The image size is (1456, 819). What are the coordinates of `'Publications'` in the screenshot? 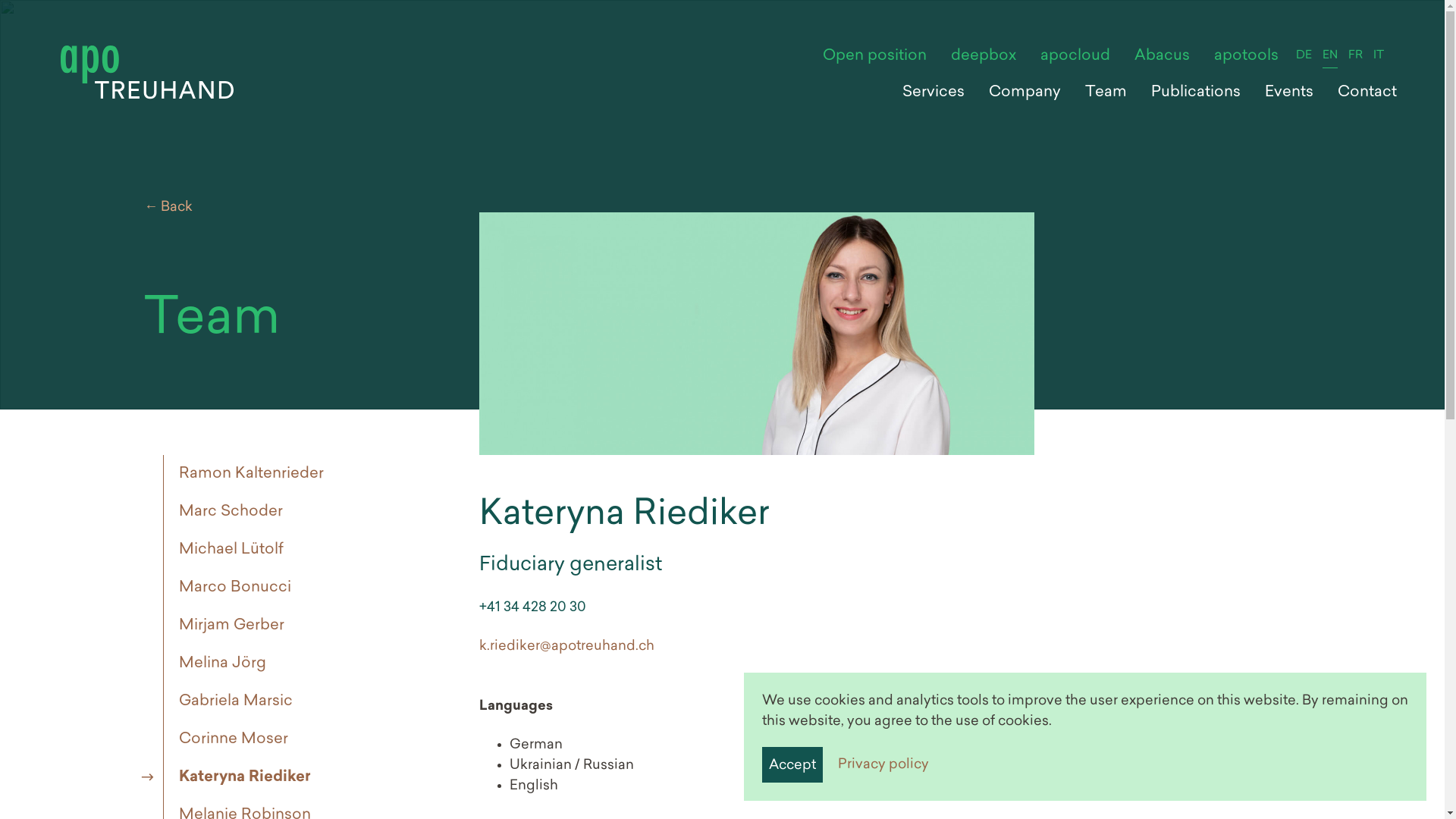 It's located at (1139, 93).